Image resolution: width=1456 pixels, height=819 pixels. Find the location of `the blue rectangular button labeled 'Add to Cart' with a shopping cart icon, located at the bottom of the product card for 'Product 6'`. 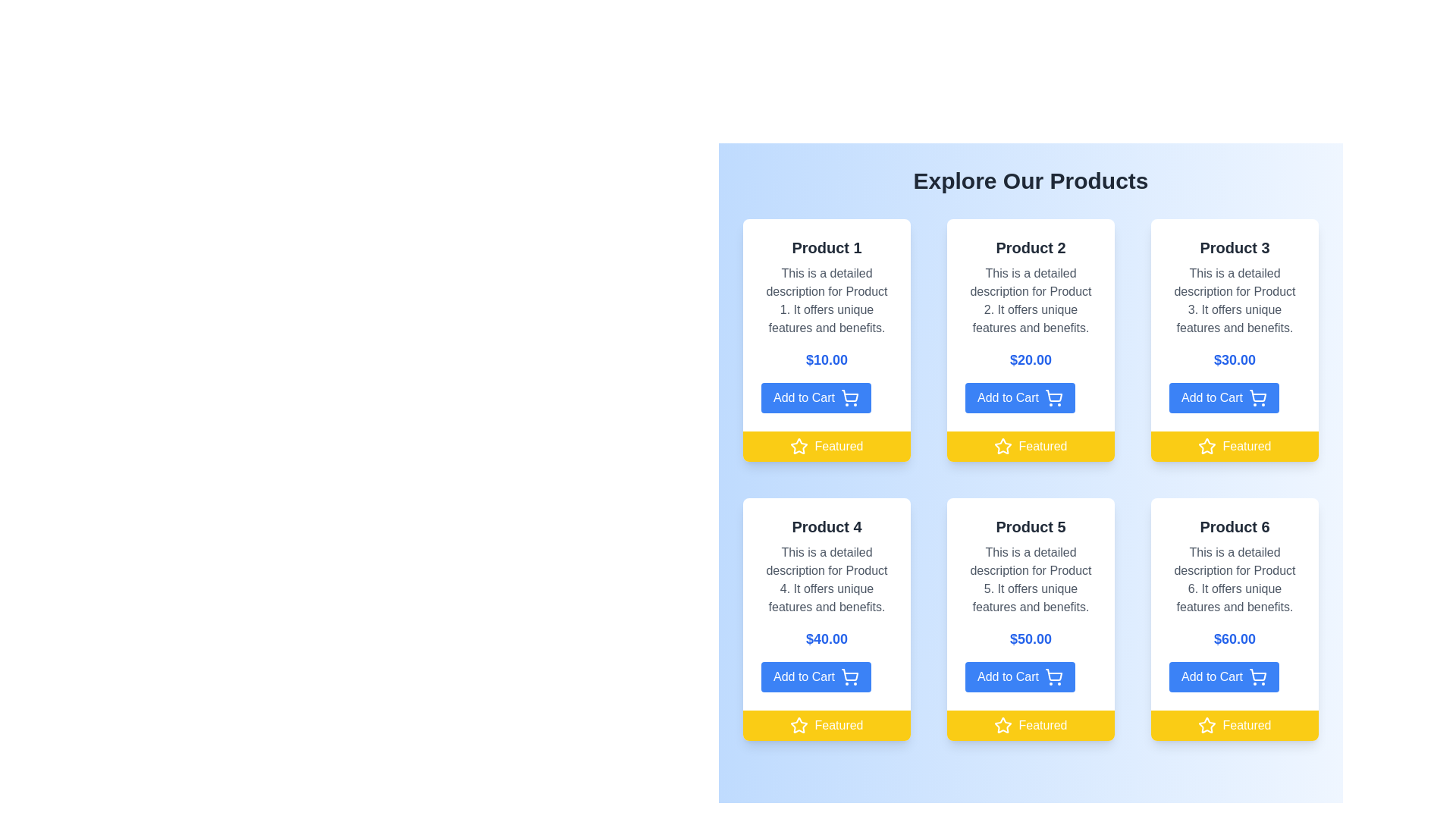

the blue rectangular button labeled 'Add to Cart' with a shopping cart icon, located at the bottom of the product card for 'Product 6' is located at coordinates (1224, 676).